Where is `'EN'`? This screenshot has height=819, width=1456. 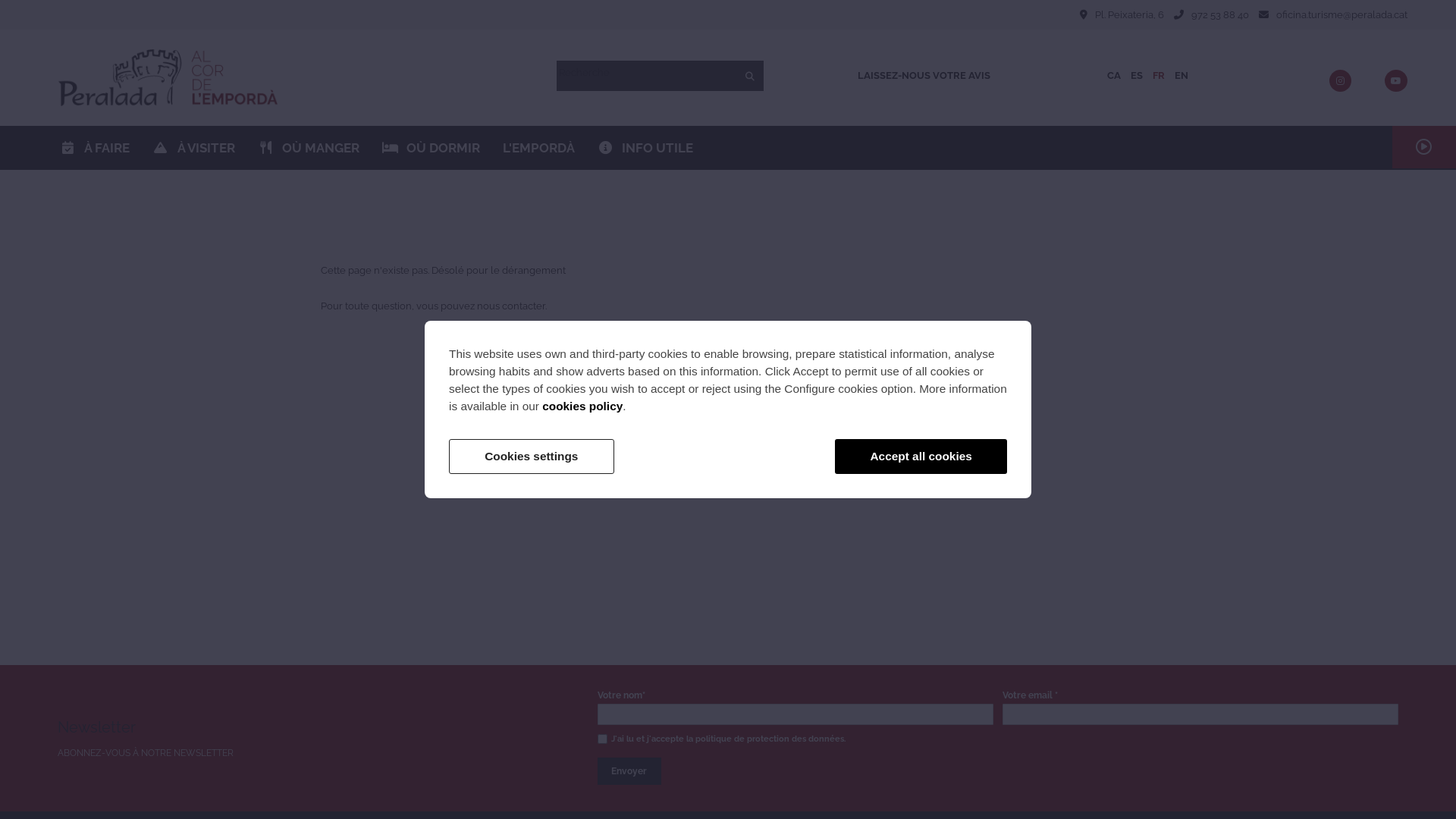 'EN' is located at coordinates (1181, 75).